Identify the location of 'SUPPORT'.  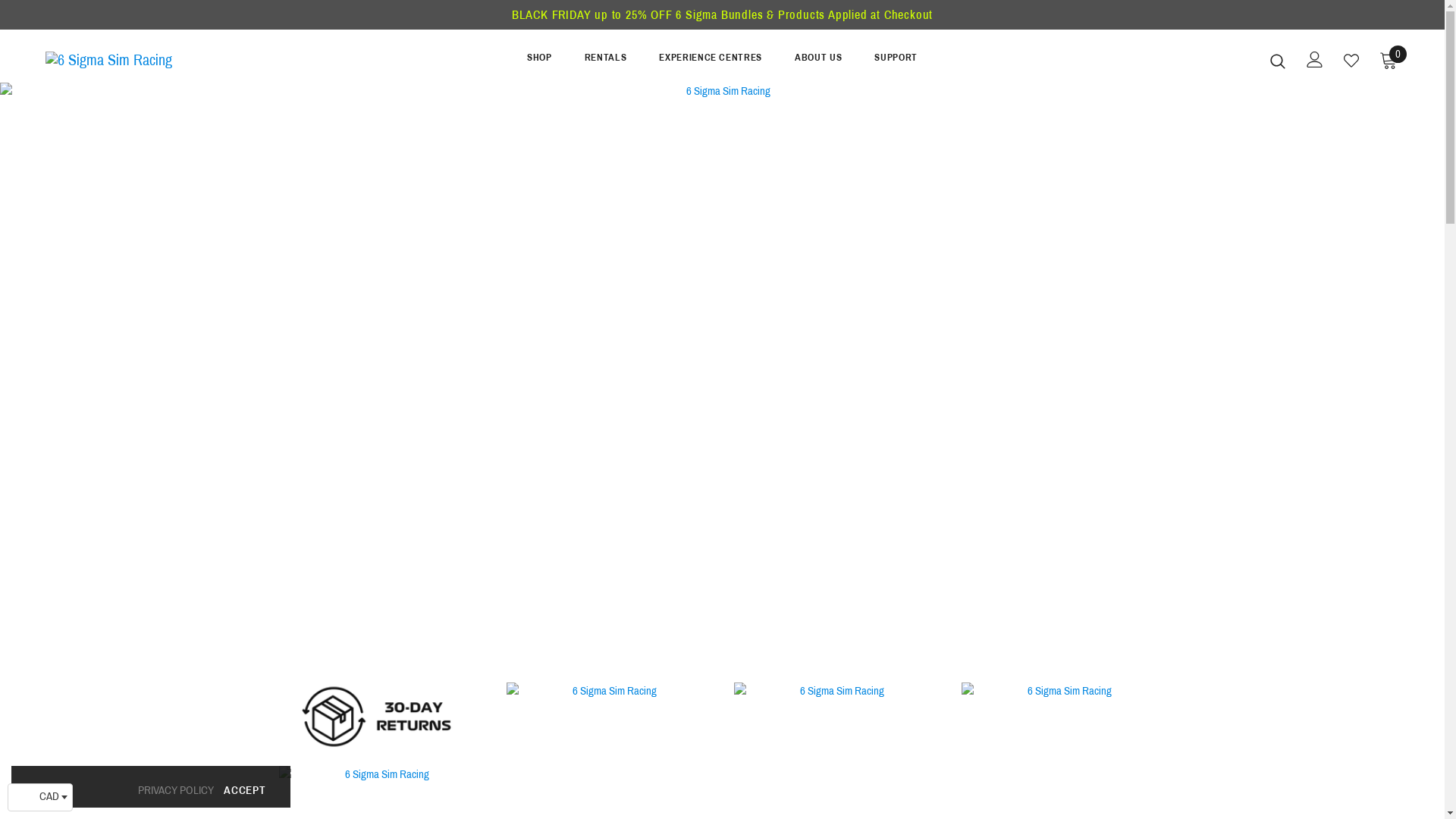
(896, 61).